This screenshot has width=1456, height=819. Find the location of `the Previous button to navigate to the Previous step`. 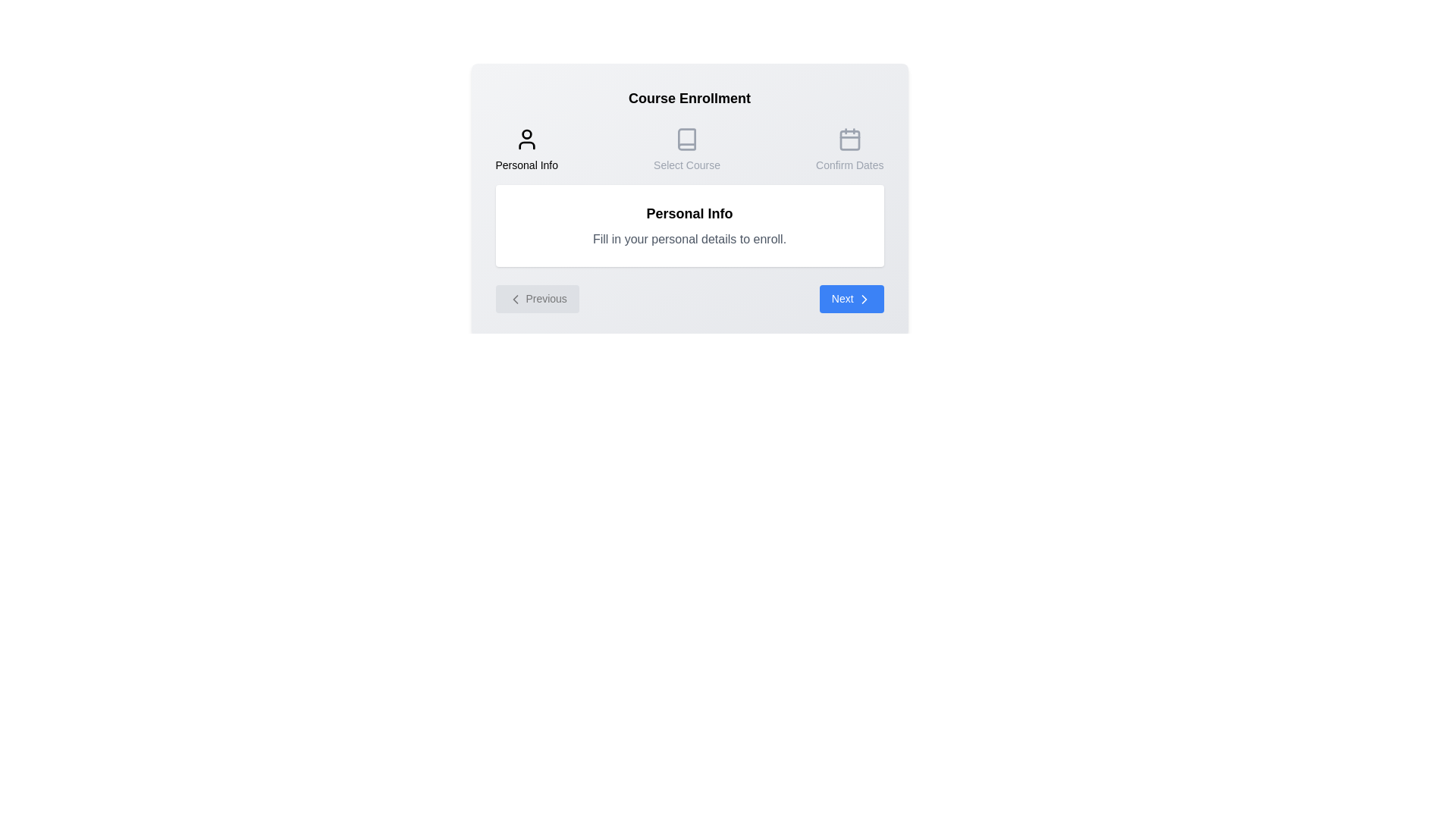

the Previous button to navigate to the Previous step is located at coordinates (537, 299).